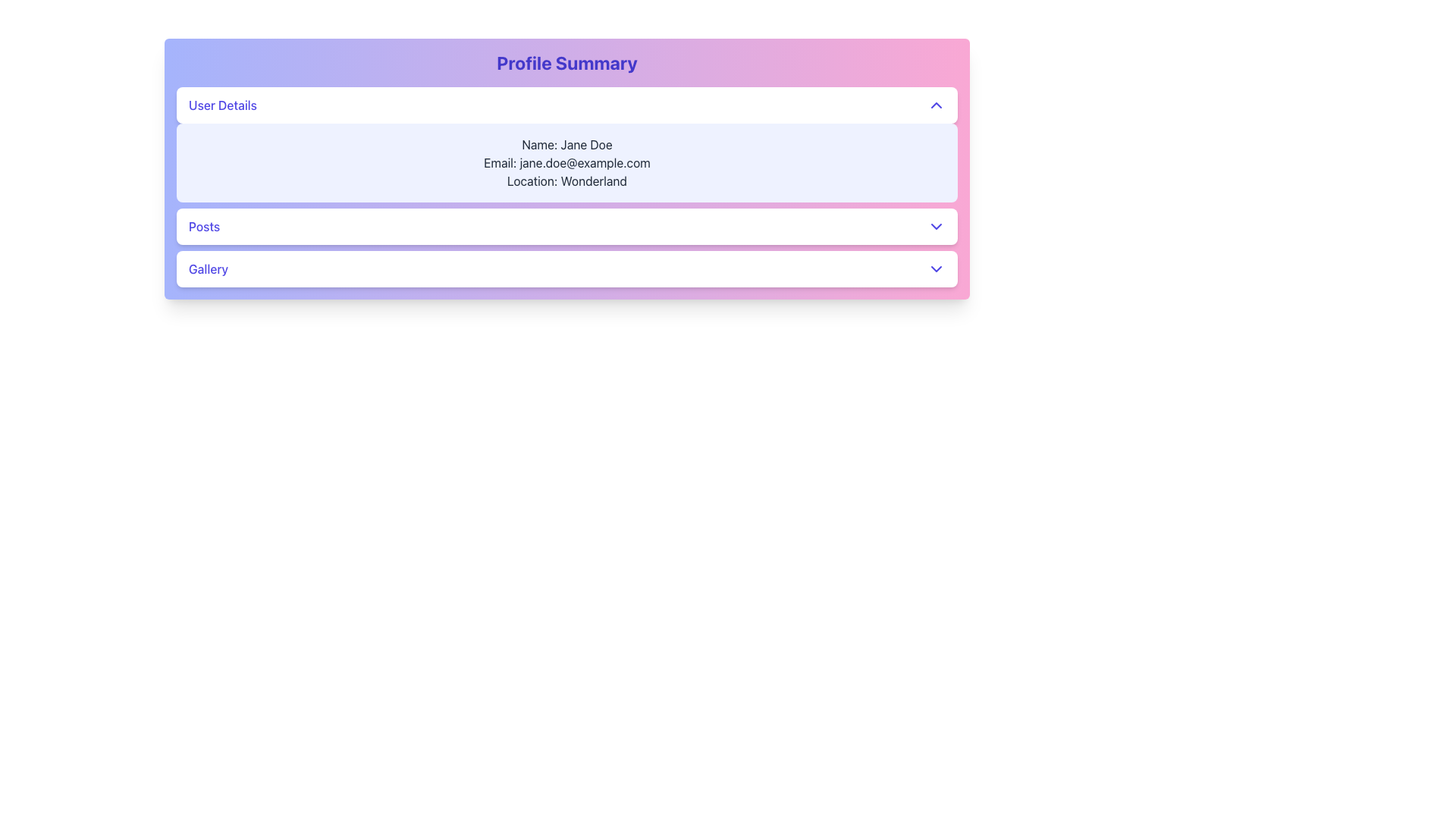  What do you see at coordinates (566, 163) in the screenshot?
I see `the static text label displaying the user's email address, which is located in the 'User Details' section, second in order below 'Name: Jane Doe'` at bounding box center [566, 163].